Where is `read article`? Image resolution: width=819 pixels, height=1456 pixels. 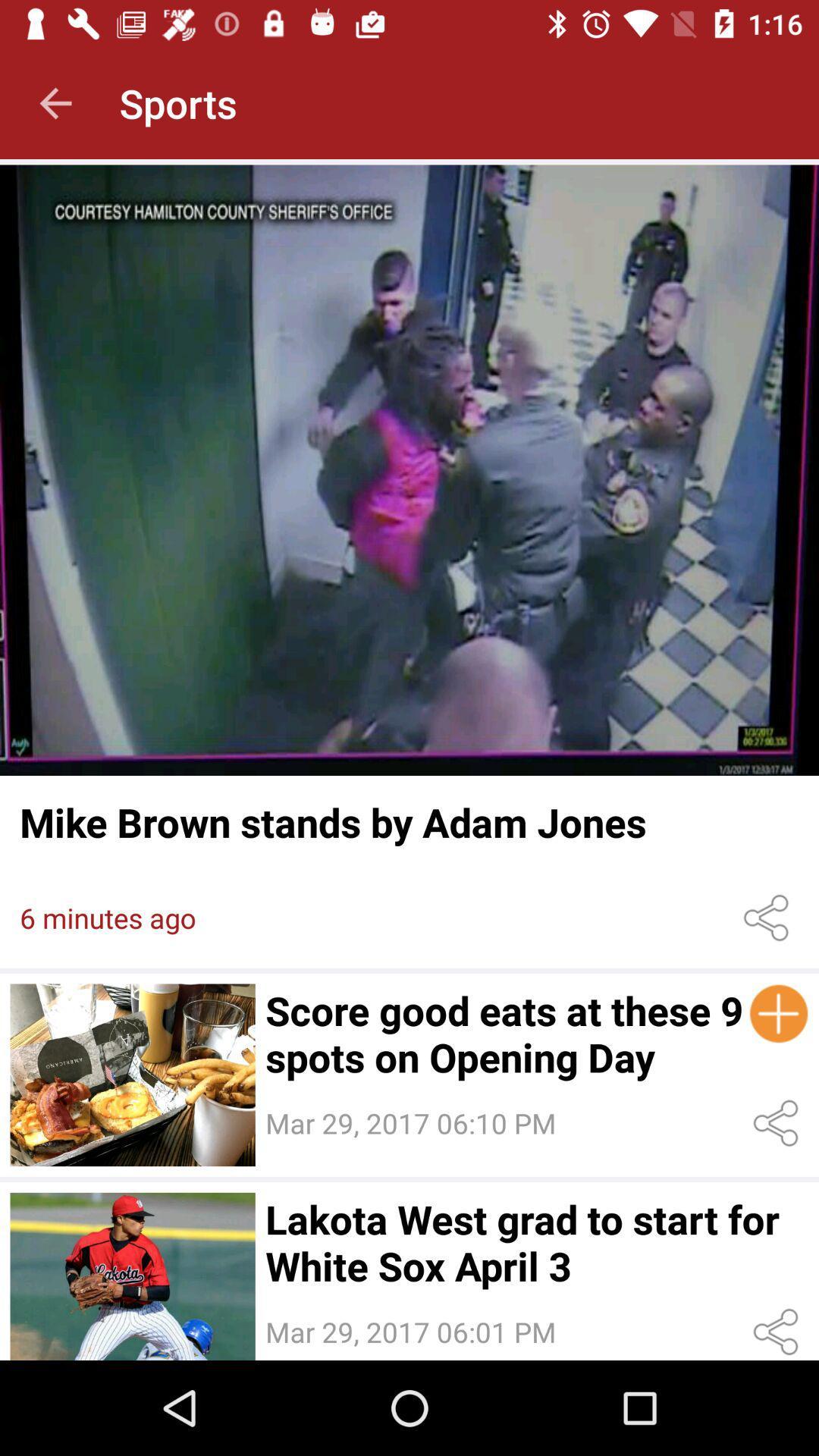 read article is located at coordinates (409, 469).